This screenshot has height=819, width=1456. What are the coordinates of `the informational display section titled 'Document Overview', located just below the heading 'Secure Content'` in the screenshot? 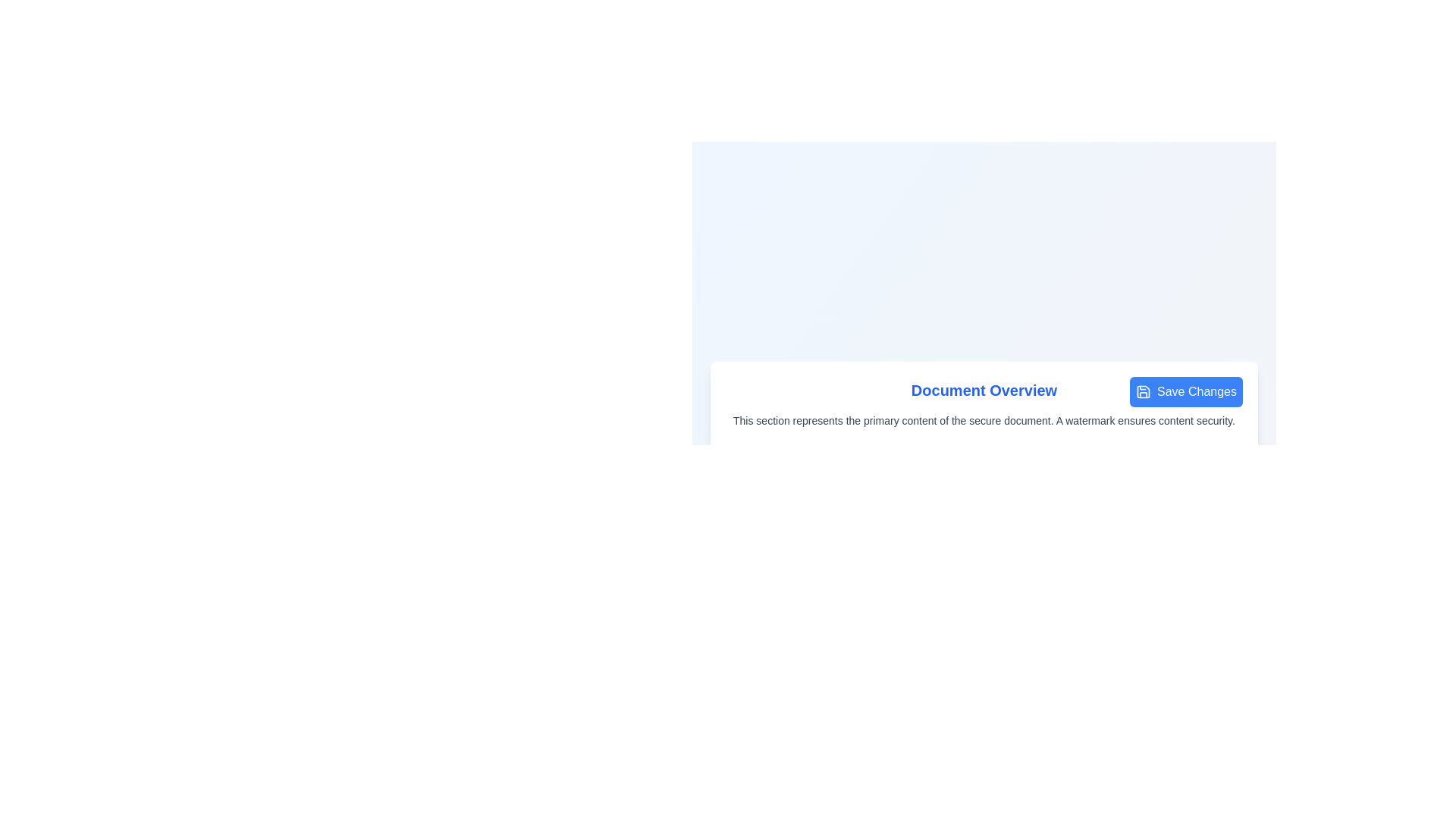 It's located at (984, 403).